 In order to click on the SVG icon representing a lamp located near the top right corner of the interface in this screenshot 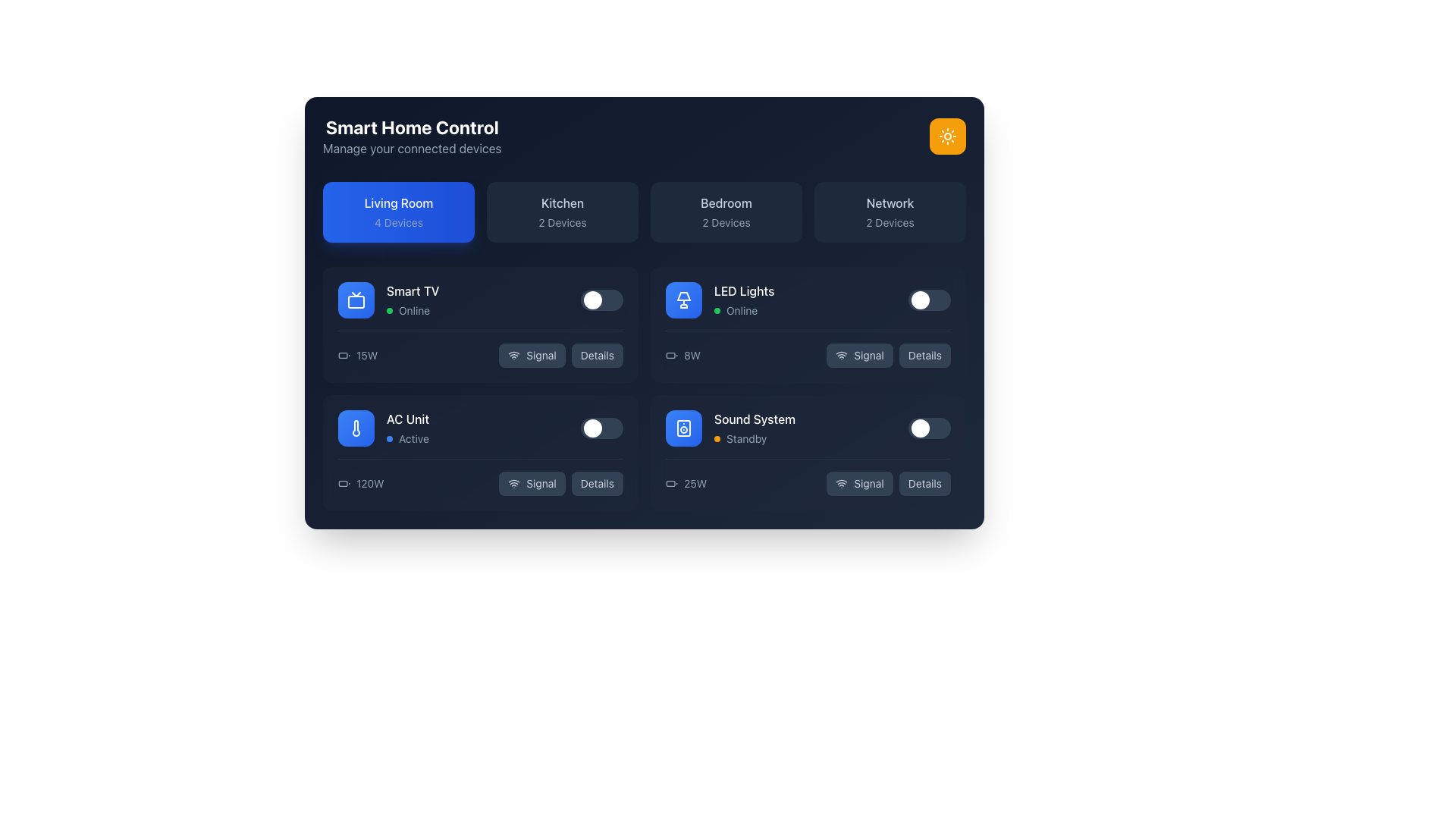, I will do `click(683, 296)`.